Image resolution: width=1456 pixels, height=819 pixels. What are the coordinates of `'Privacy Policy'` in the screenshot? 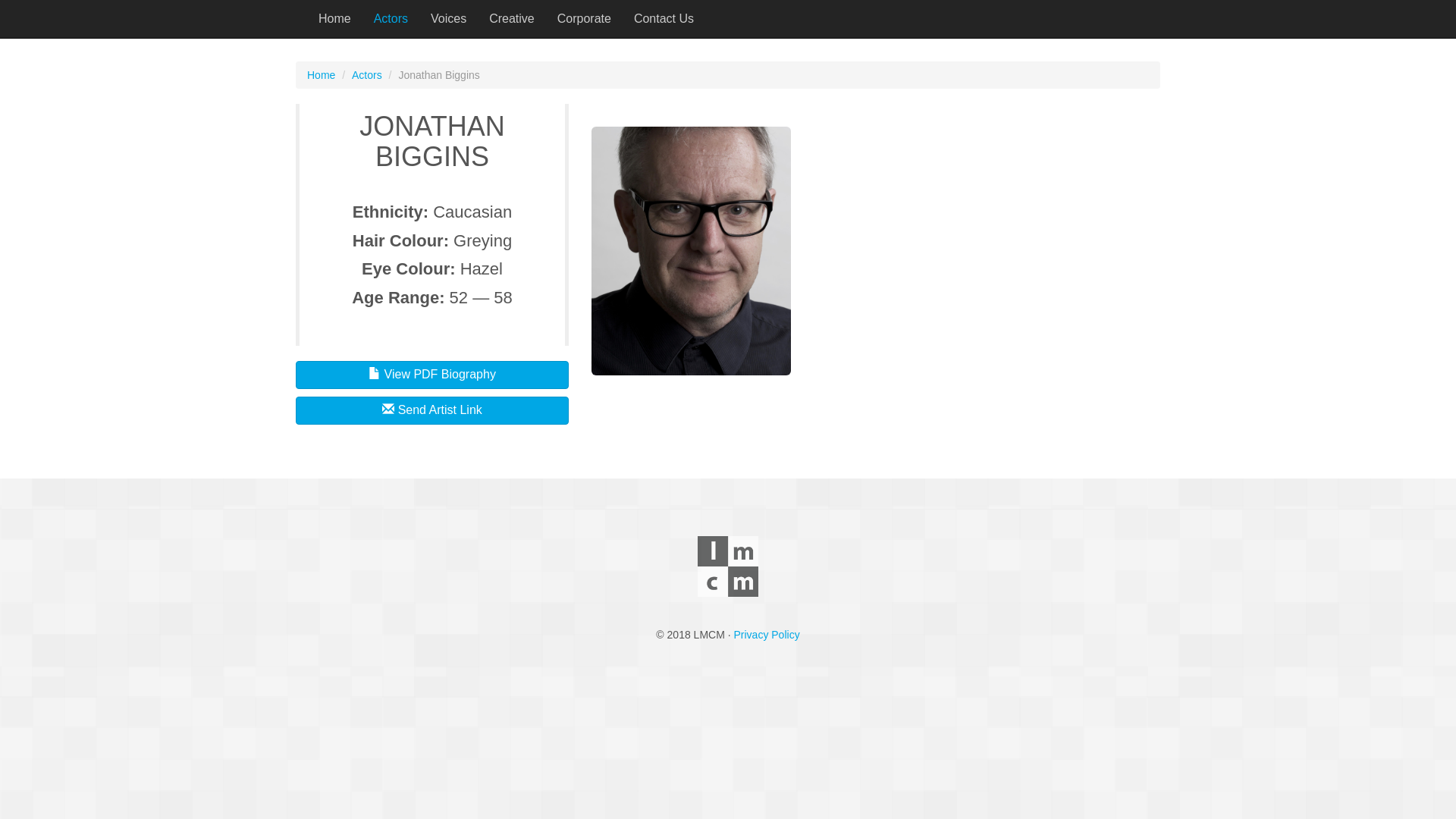 It's located at (767, 635).